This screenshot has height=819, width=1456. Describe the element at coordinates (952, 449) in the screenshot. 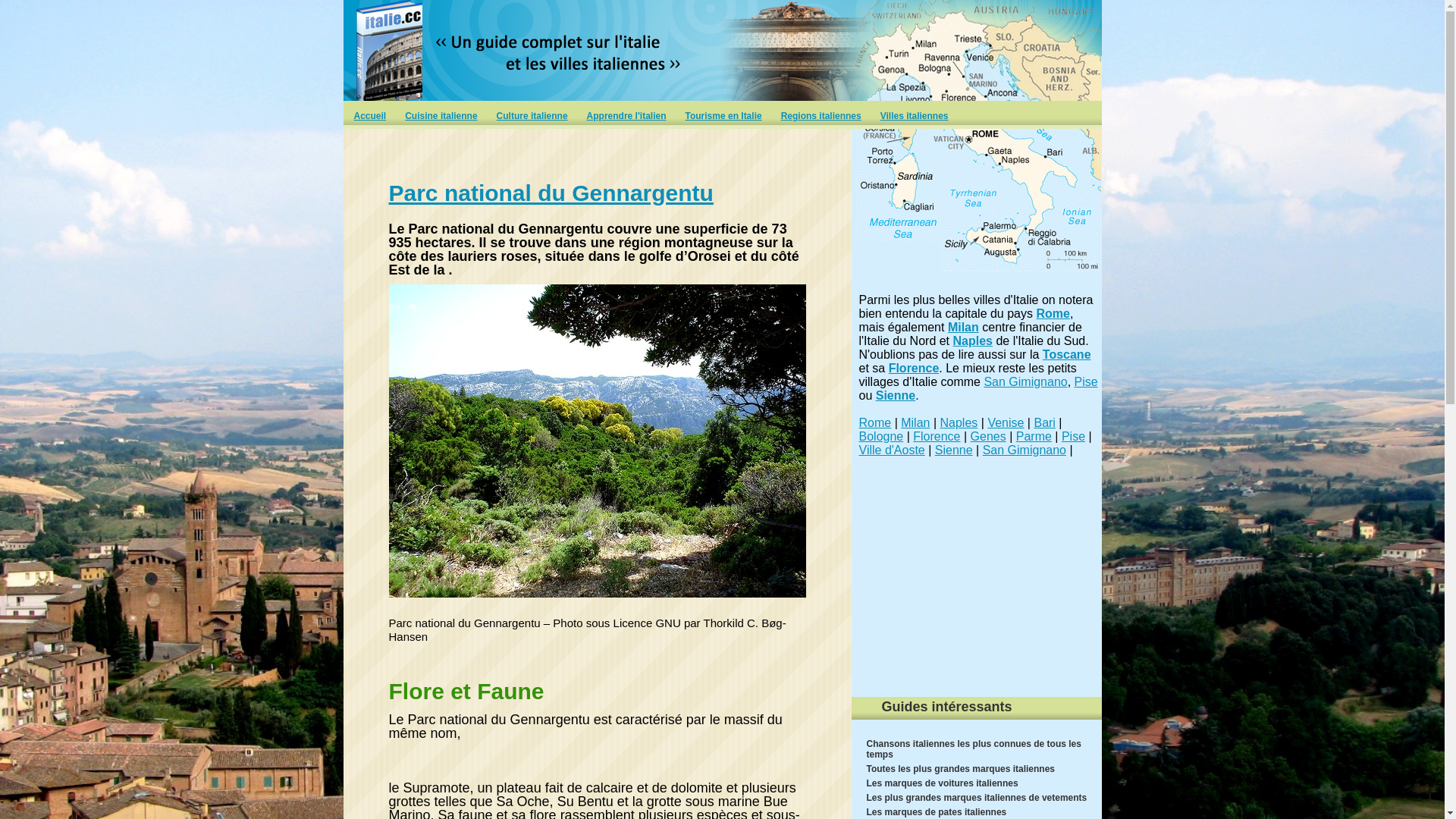

I see `'Sienne'` at that location.